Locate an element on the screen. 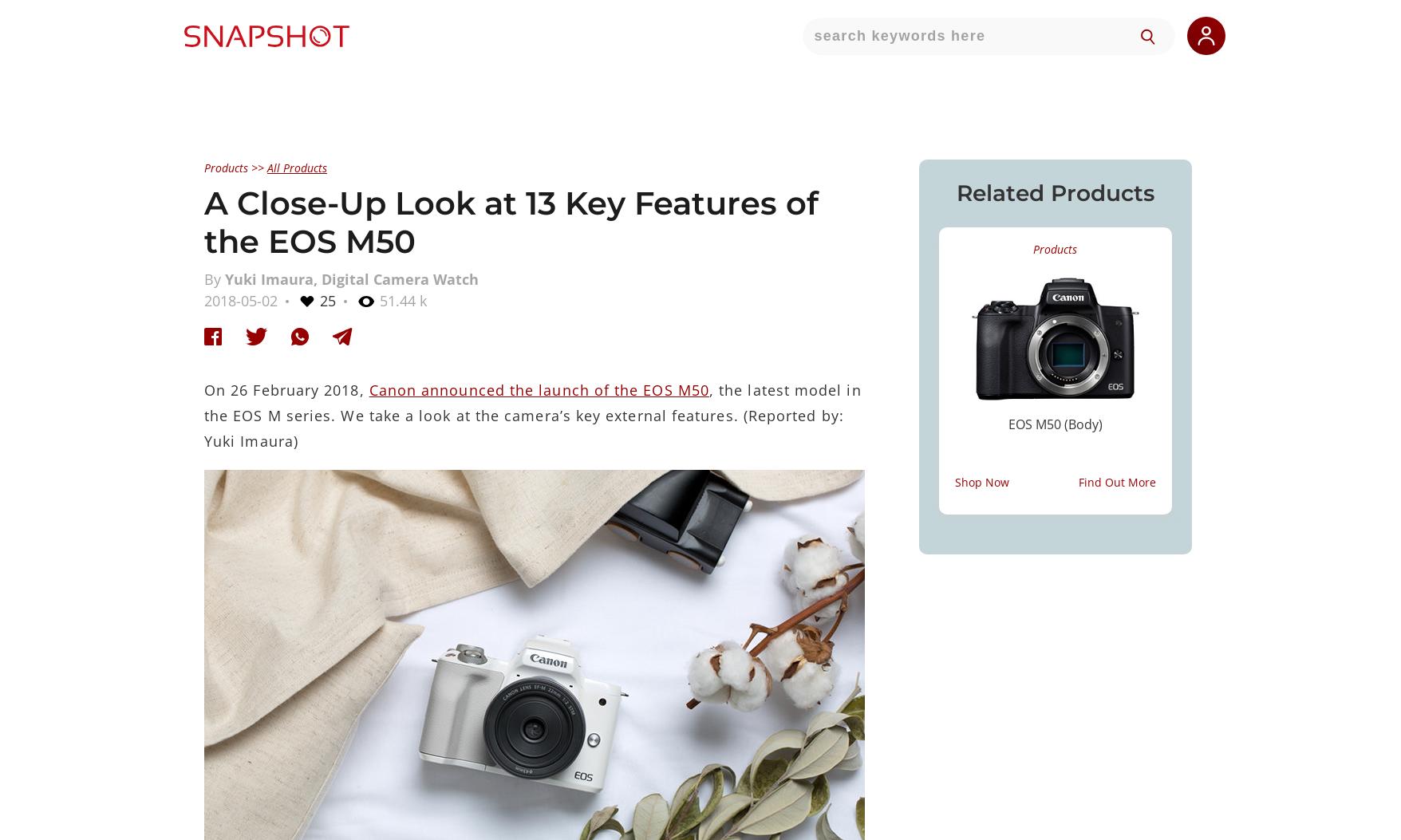 This screenshot has height=840, width=1401. 'Lenses & Accessories' is located at coordinates (699, 647).